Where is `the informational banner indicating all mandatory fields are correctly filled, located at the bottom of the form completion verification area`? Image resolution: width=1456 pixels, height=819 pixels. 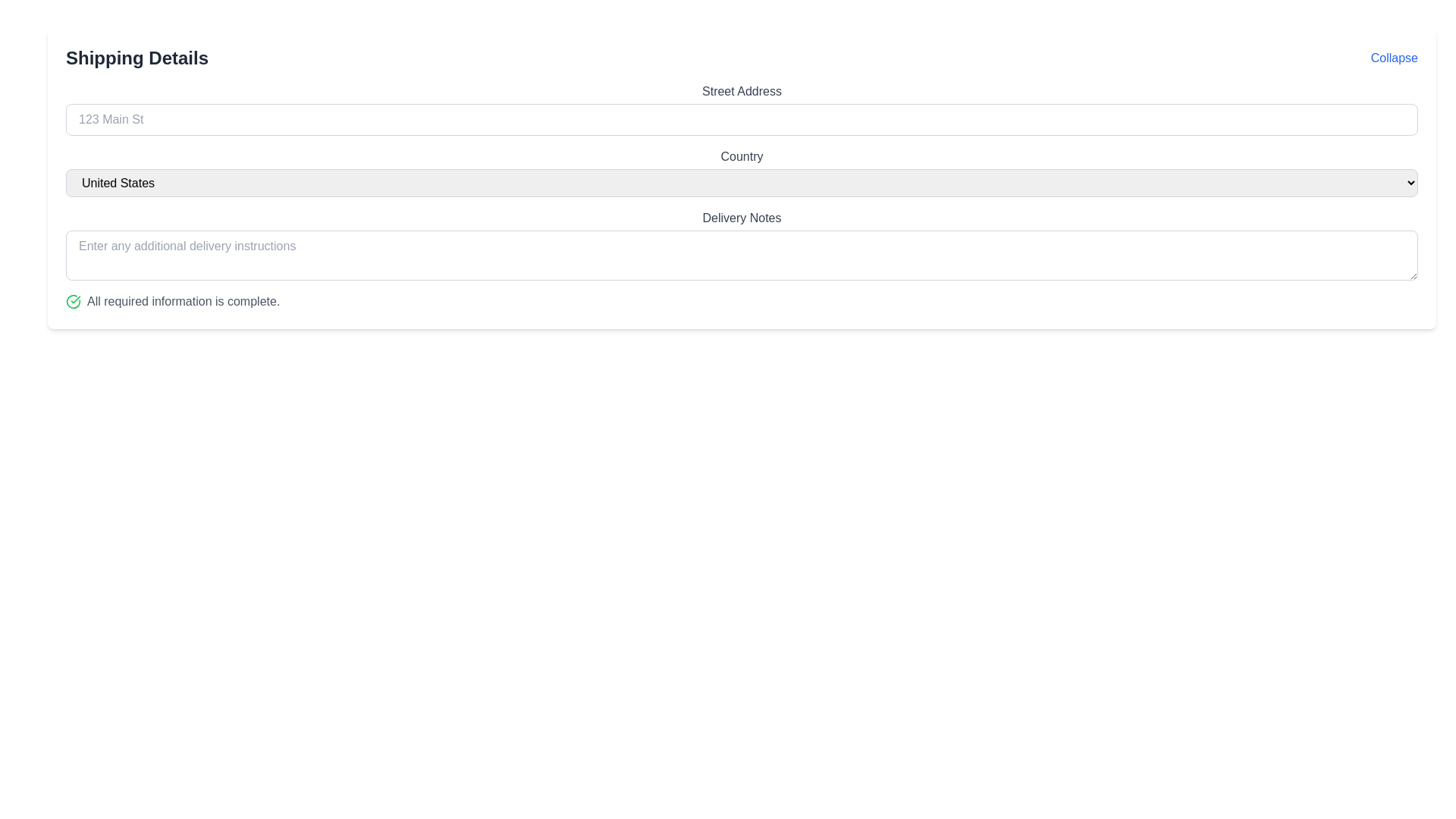
the informational banner indicating all mandatory fields are correctly filled, located at the bottom of the form completion verification area is located at coordinates (742, 301).